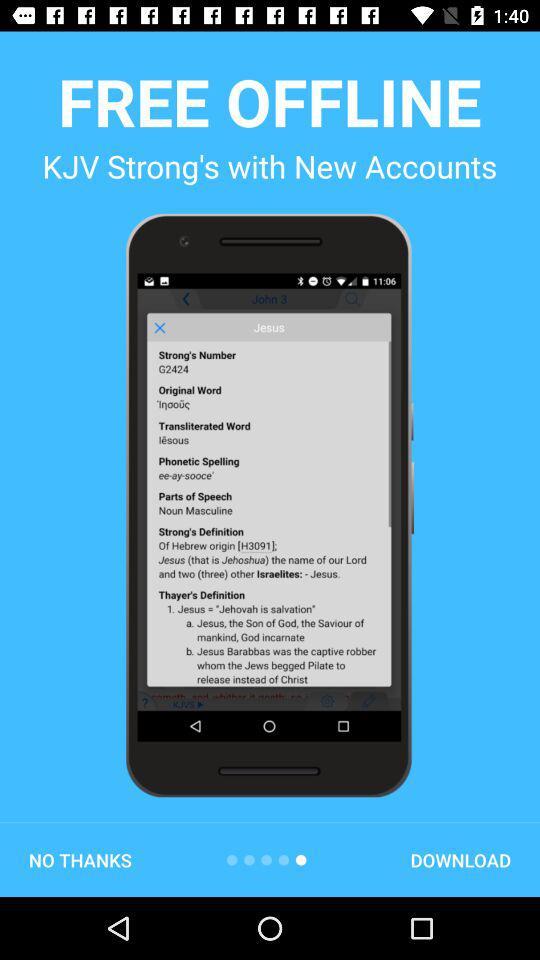 The height and width of the screenshot is (960, 540). I want to click on free offline app, so click(269, 101).